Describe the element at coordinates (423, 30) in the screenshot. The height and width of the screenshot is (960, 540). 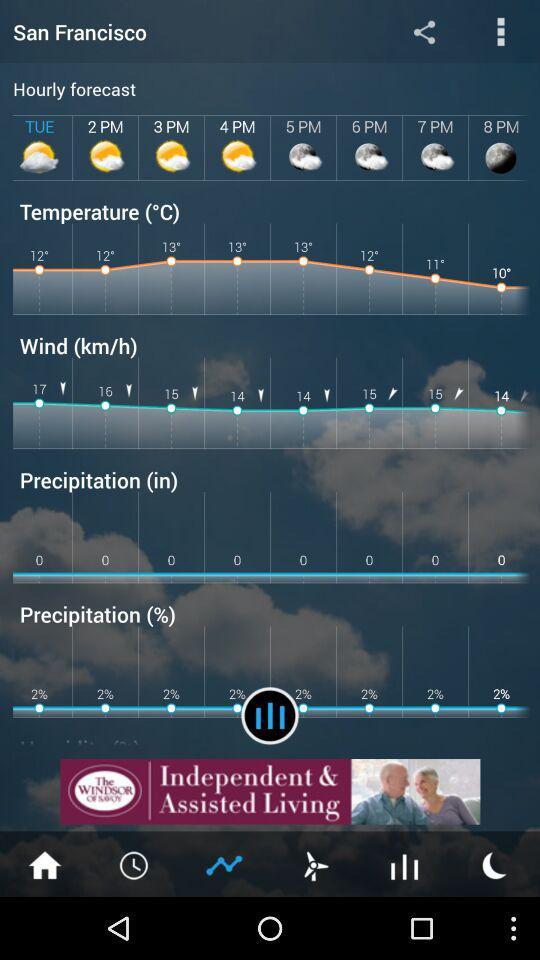
I see `share option` at that location.